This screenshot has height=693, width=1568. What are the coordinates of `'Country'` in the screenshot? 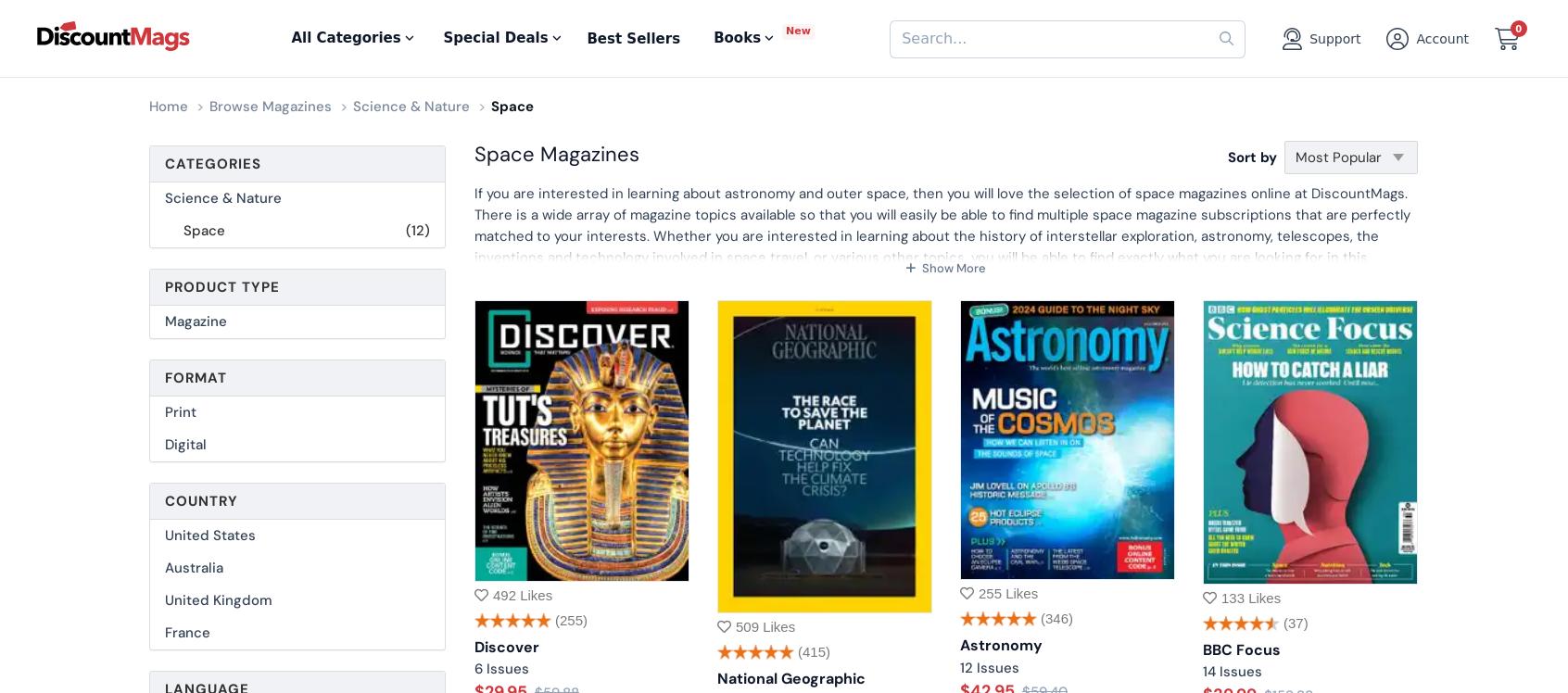 It's located at (201, 500).